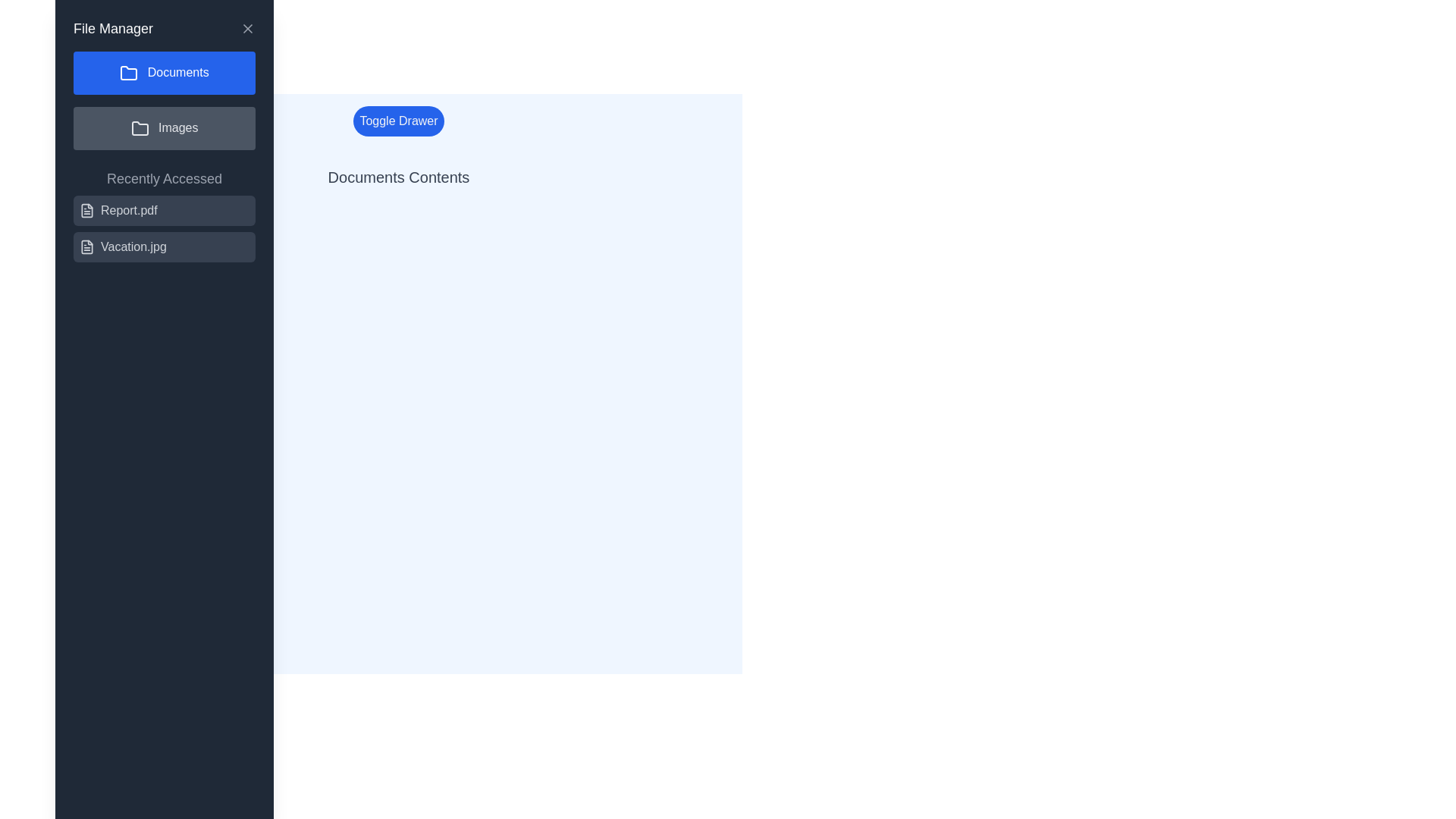 This screenshot has width=1456, height=819. What do you see at coordinates (129, 73) in the screenshot?
I see `the simplified folder icon labeled 'Documents'` at bounding box center [129, 73].